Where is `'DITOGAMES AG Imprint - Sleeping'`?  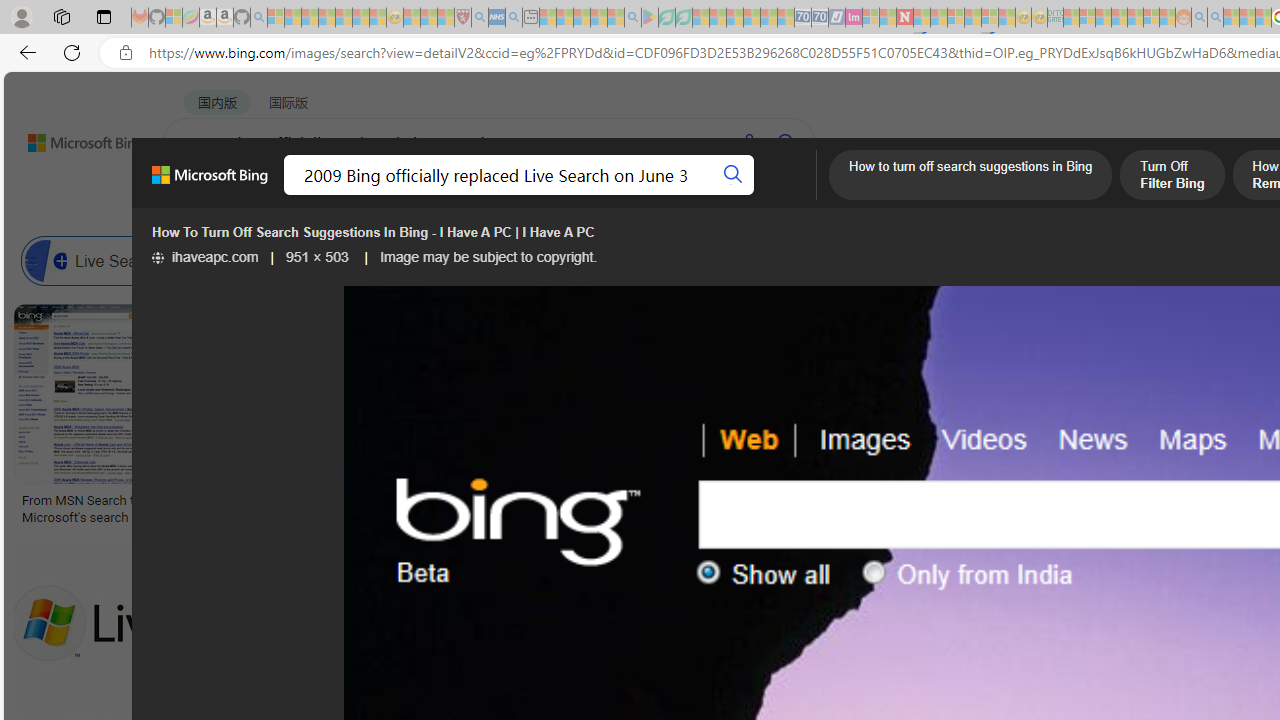 'DITOGAMES AG Imprint - Sleeping' is located at coordinates (1055, 17).